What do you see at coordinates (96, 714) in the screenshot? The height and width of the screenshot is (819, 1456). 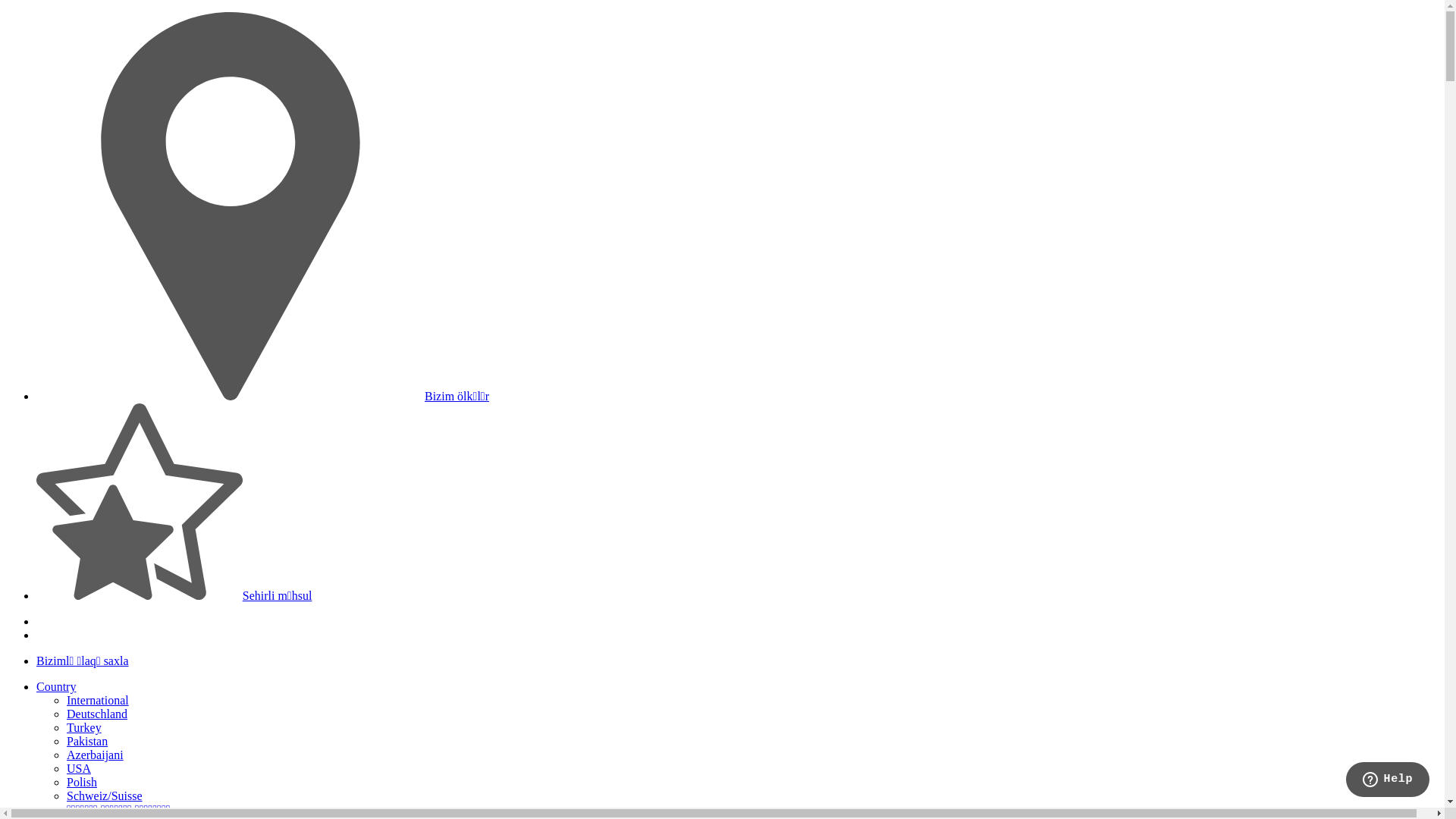 I see `'Deutschland'` at bounding box center [96, 714].